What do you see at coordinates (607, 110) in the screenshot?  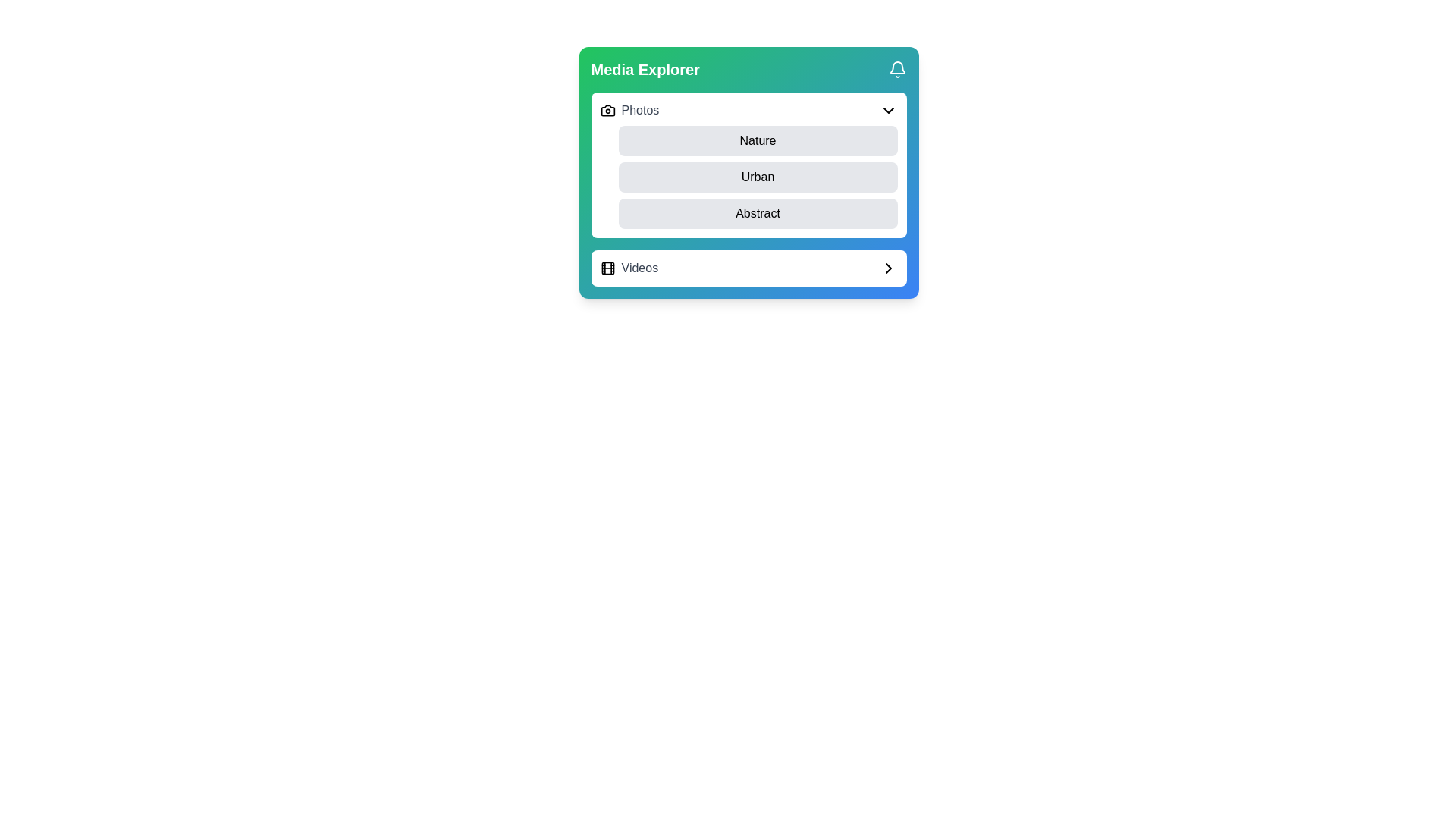 I see `'Photos' icon located within the 'Media Explorer' card on the left side of the dropdown bar` at bounding box center [607, 110].